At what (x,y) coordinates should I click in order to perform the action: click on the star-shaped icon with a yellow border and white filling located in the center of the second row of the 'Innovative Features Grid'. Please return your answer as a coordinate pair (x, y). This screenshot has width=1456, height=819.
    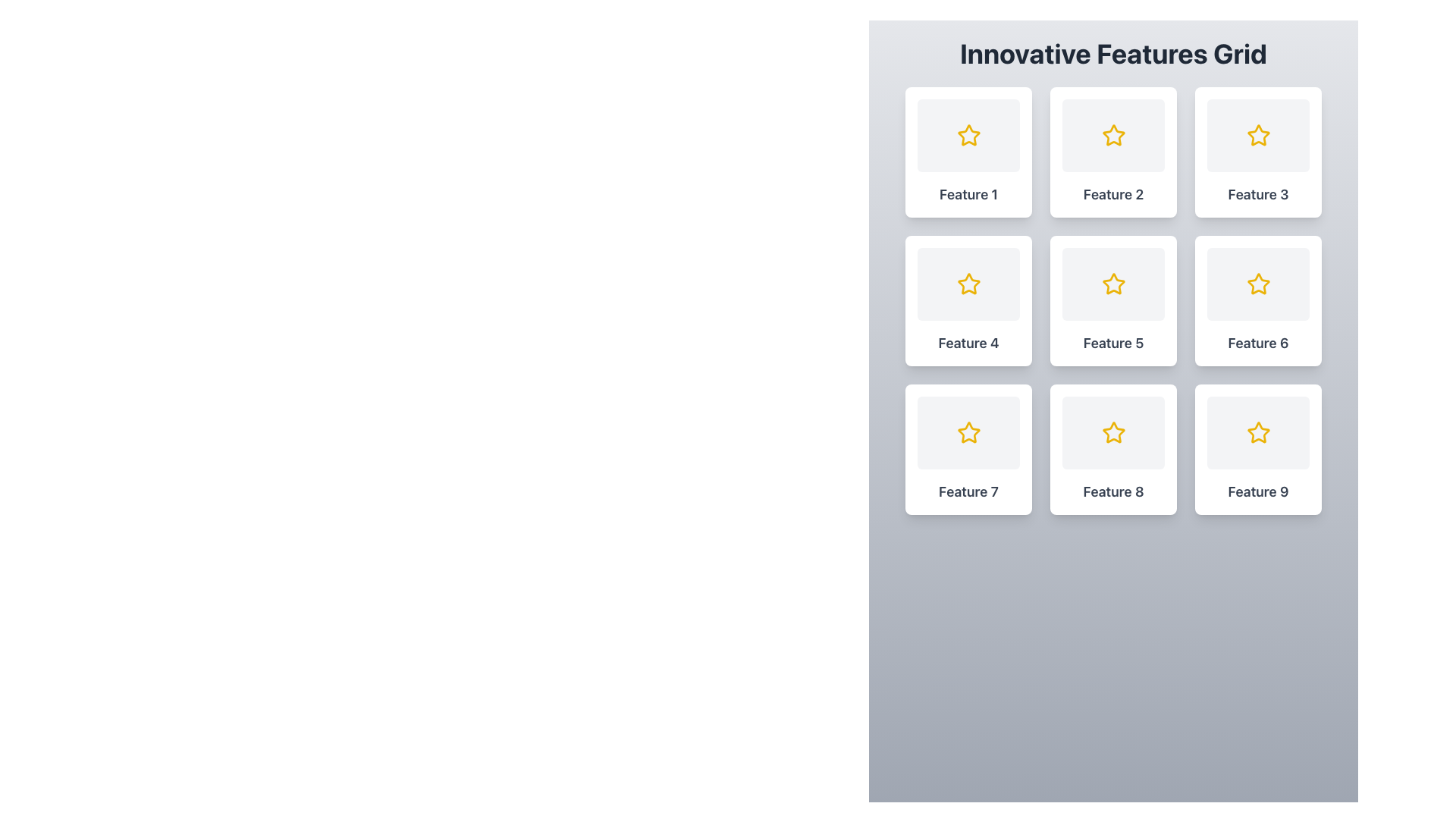
    Looking at the image, I should click on (1113, 284).